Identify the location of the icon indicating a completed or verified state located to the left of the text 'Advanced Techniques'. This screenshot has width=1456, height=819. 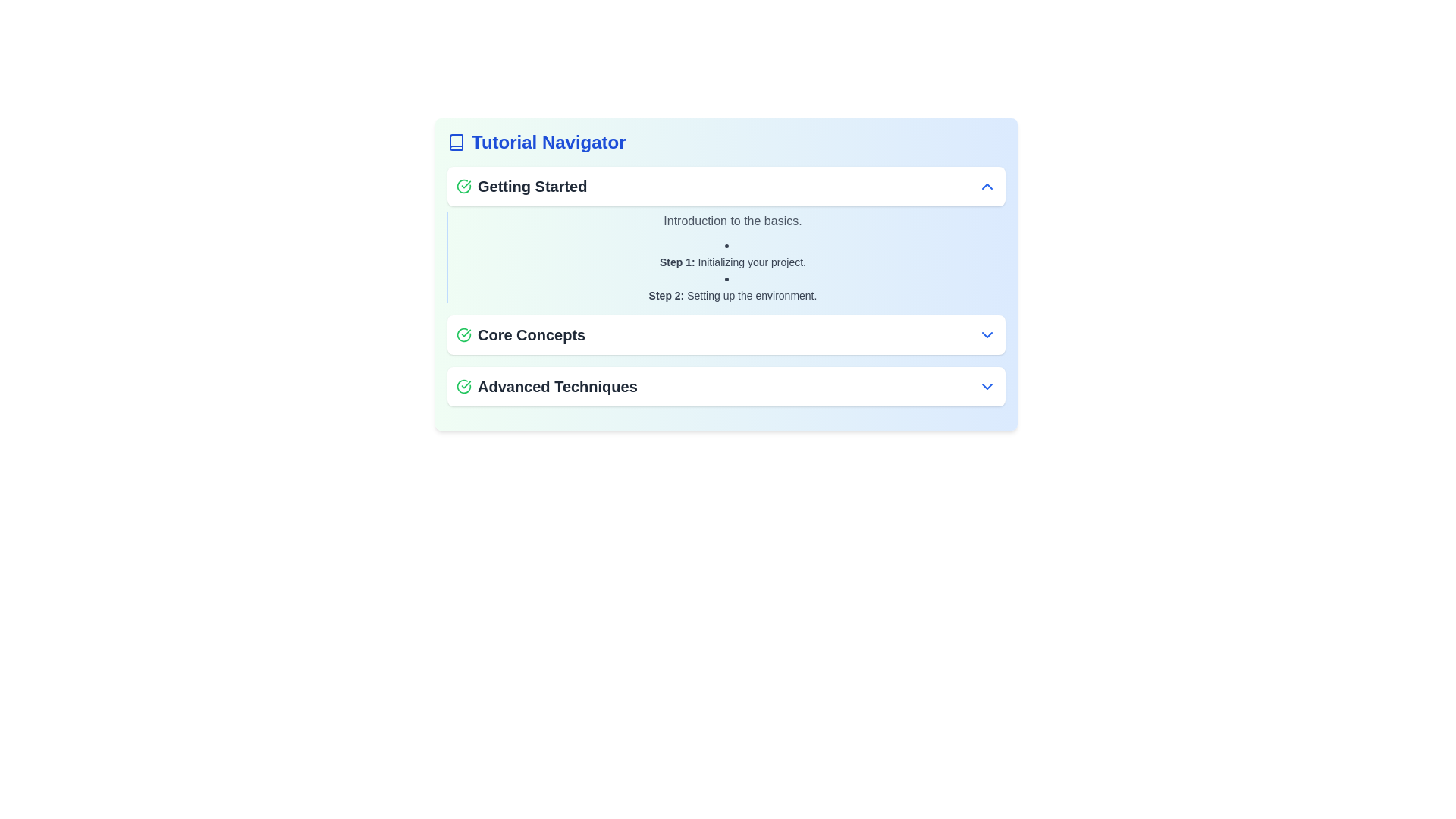
(463, 385).